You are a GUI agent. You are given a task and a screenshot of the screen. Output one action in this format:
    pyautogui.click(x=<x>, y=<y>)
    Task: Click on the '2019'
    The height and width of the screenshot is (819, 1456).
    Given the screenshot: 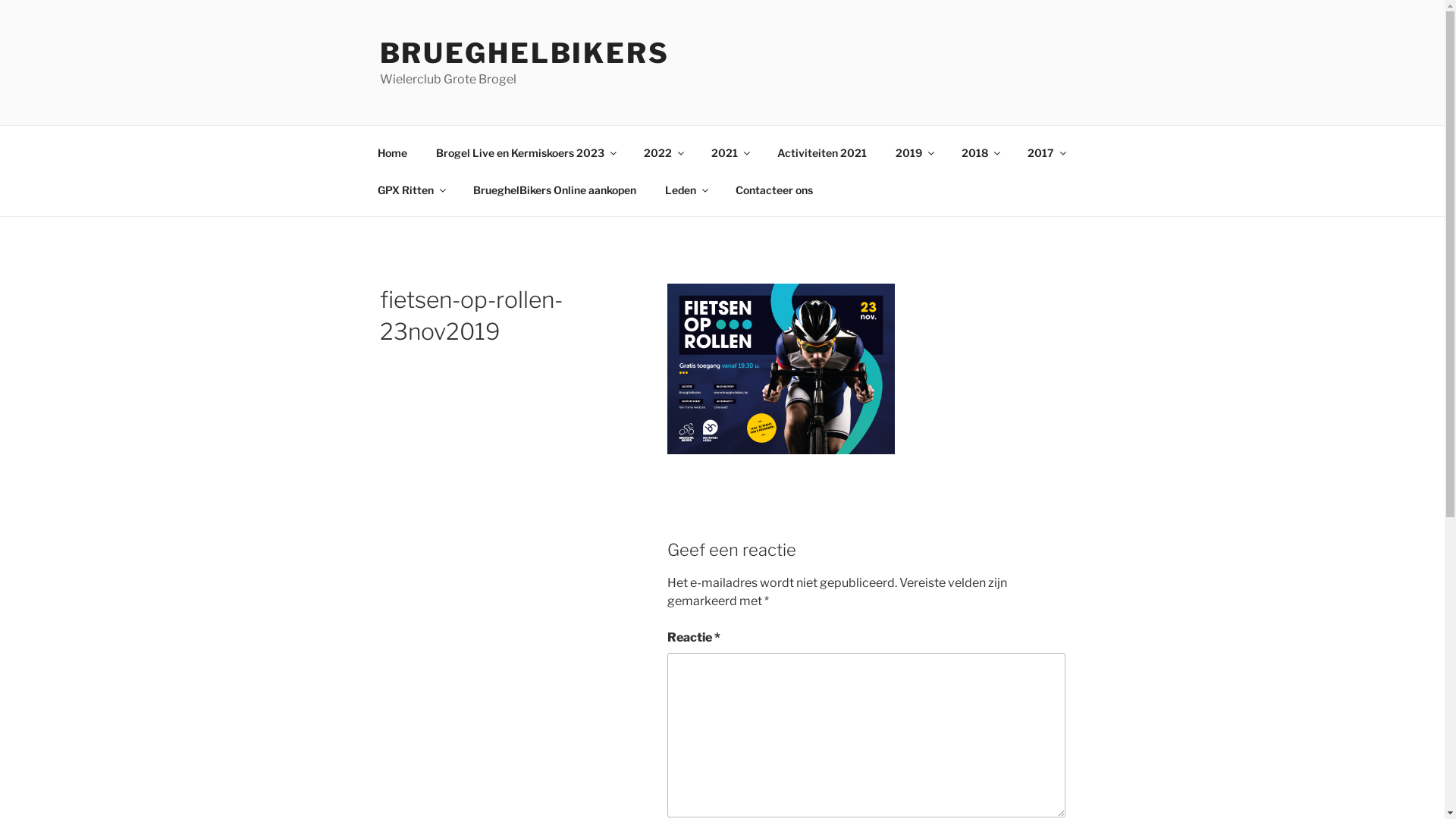 What is the action you would take?
    pyautogui.click(x=913, y=152)
    